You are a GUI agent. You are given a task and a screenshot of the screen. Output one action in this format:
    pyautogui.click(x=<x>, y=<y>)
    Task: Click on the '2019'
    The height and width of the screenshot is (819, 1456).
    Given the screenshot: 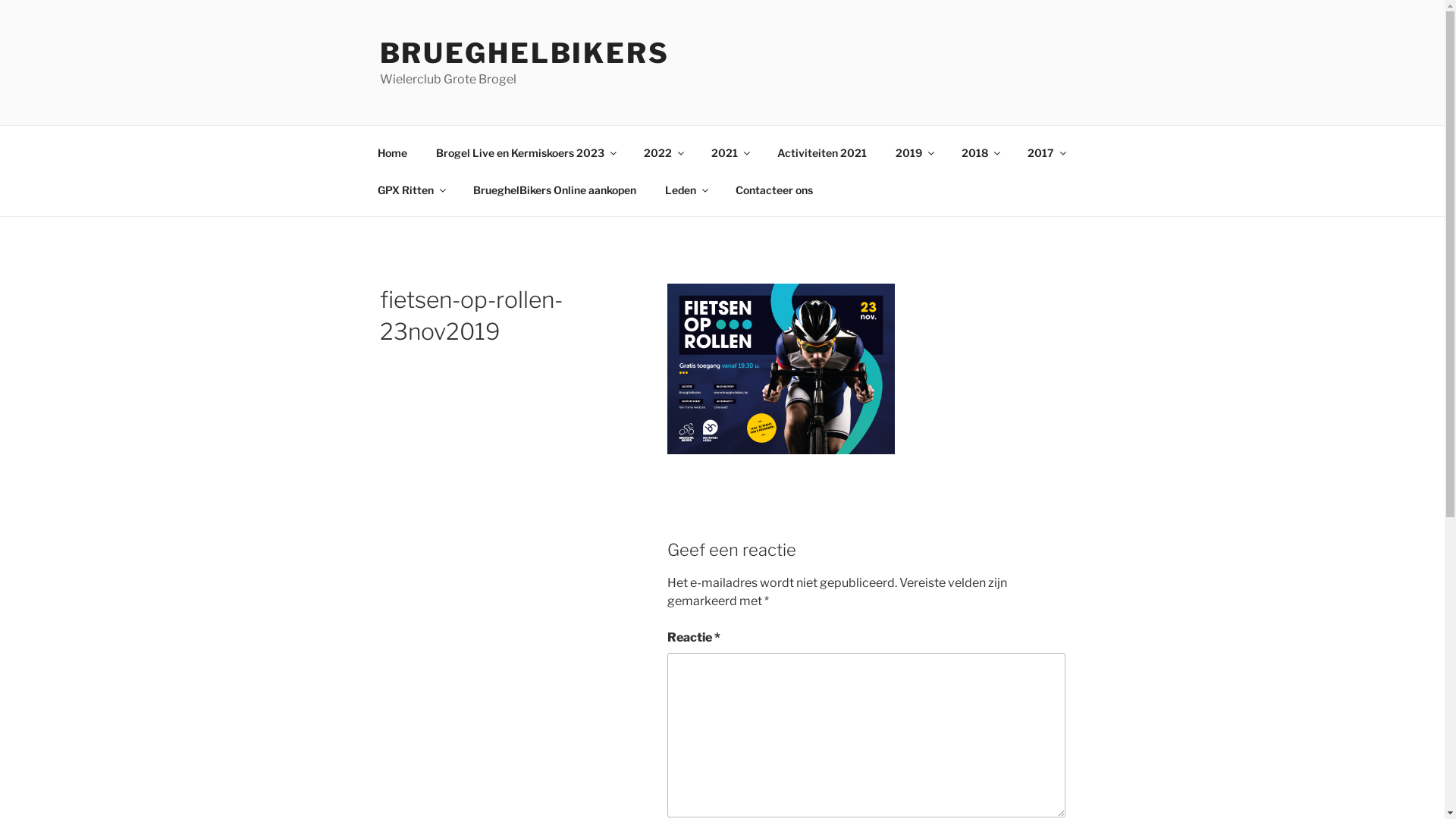 What is the action you would take?
    pyautogui.click(x=913, y=152)
    